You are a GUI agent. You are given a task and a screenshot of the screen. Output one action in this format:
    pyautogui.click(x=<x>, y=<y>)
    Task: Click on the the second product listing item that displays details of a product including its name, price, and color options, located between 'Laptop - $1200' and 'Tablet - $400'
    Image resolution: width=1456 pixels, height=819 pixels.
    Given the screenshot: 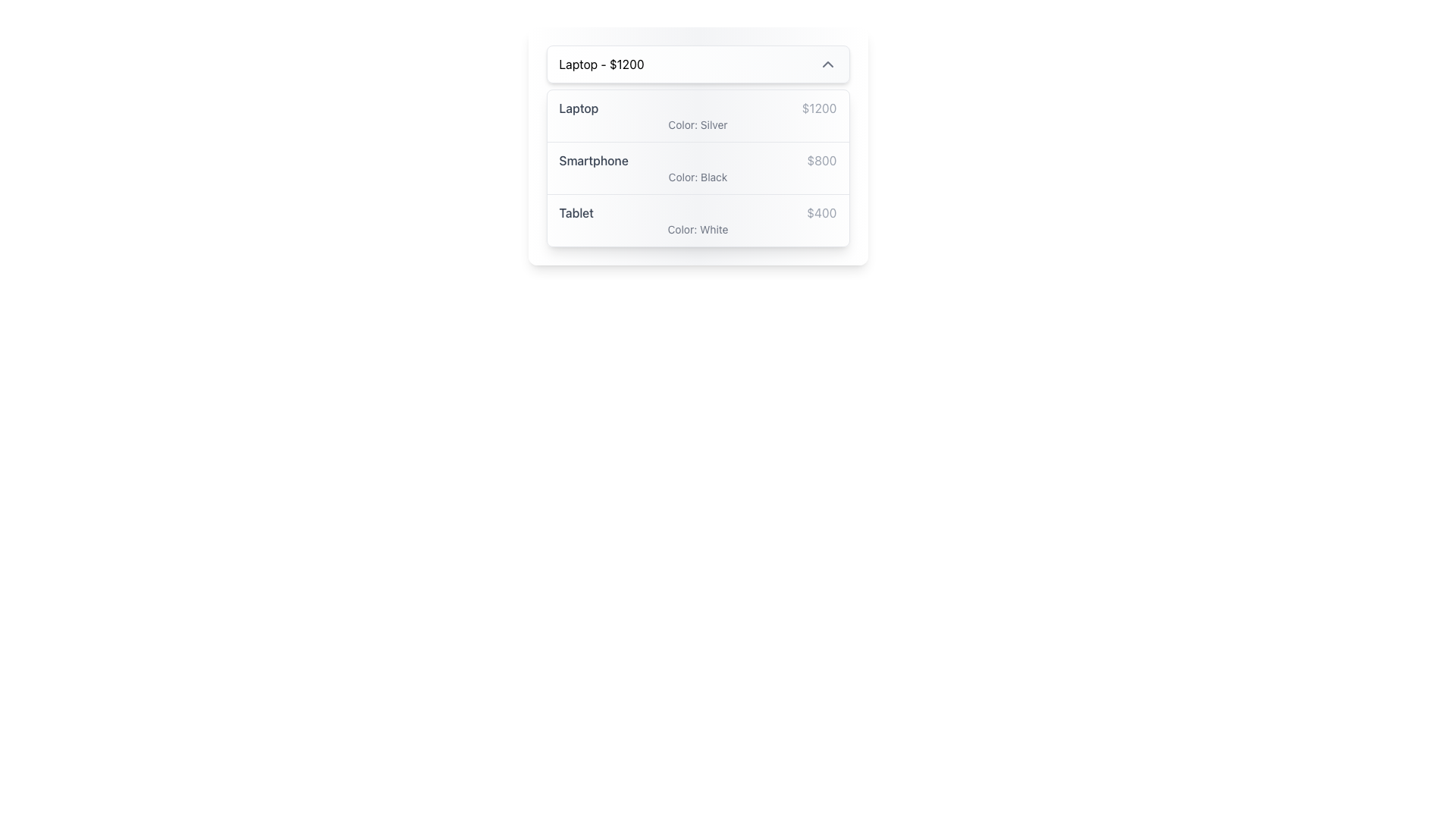 What is the action you would take?
    pyautogui.click(x=697, y=146)
    